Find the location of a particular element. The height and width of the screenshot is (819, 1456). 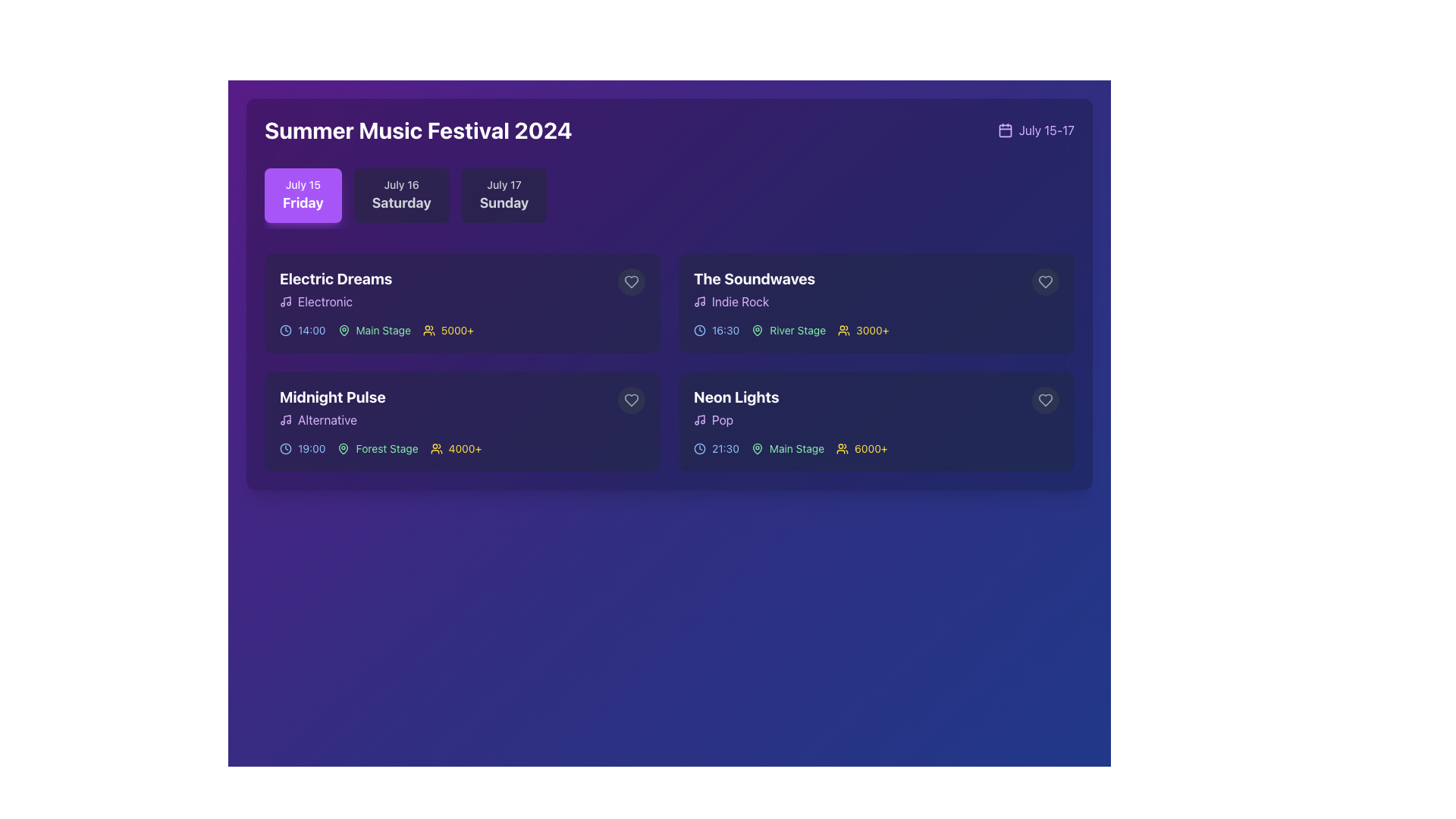

the user icon representing attendance count in the card labeled 'The Soundwaves', which is colored yellow and located to the left of the text '3000+' is located at coordinates (843, 329).